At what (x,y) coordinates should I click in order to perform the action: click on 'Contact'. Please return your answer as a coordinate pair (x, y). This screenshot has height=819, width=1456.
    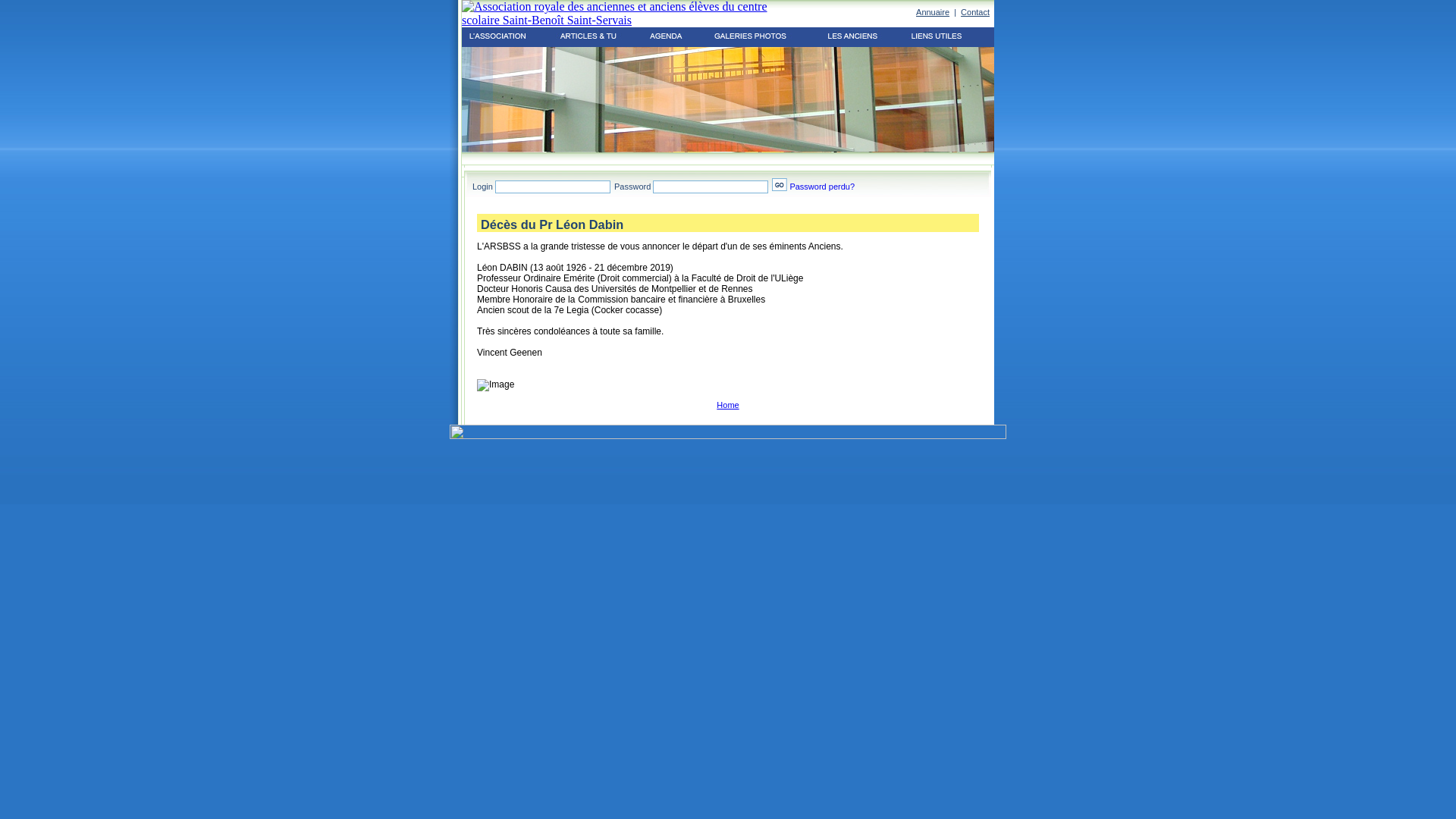
    Looking at the image, I should click on (975, 11).